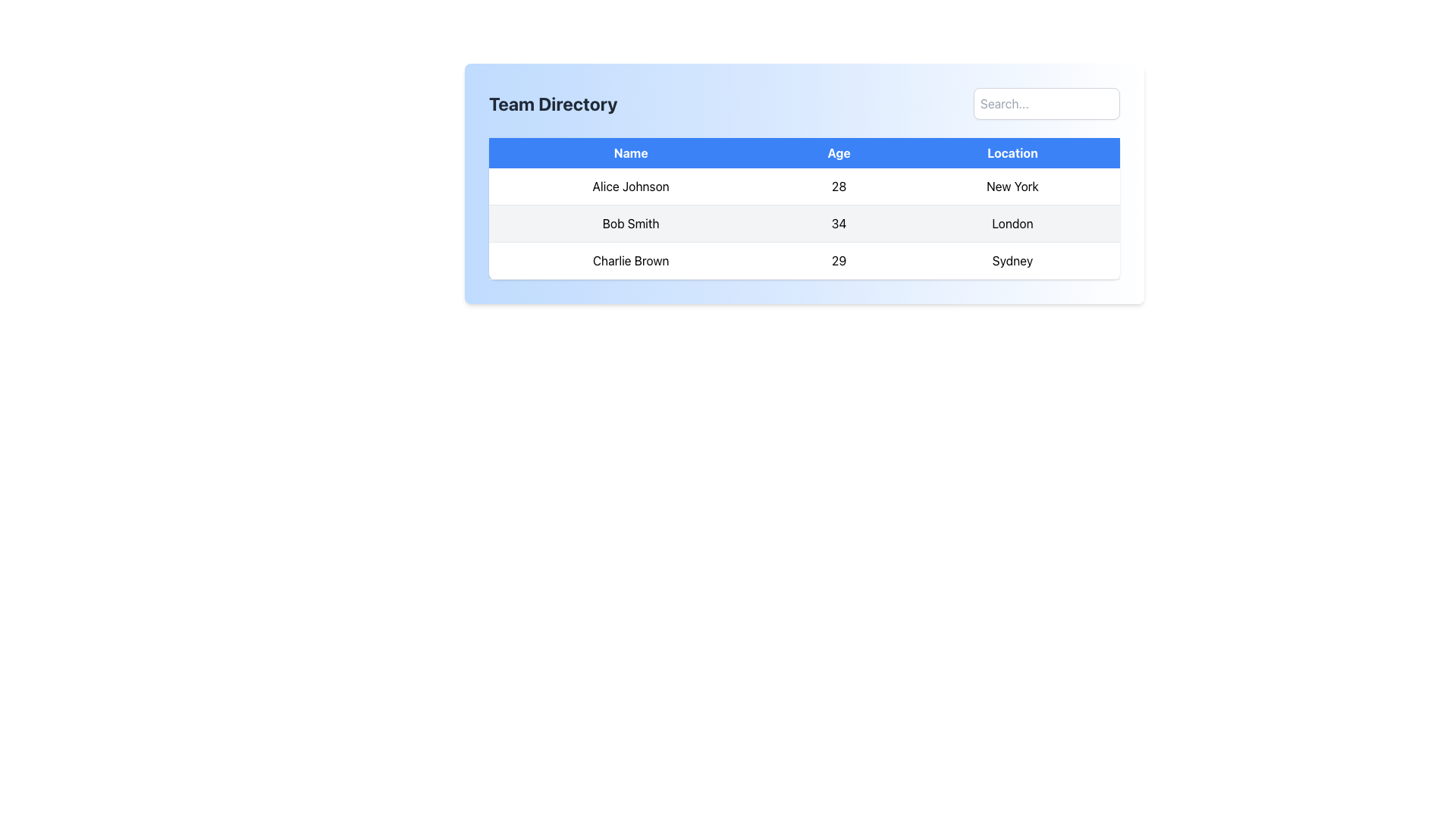  I want to click on the search bar located at the top-right corner next to the 'Team Directory' title by pressing the tab key, so click(1046, 103).